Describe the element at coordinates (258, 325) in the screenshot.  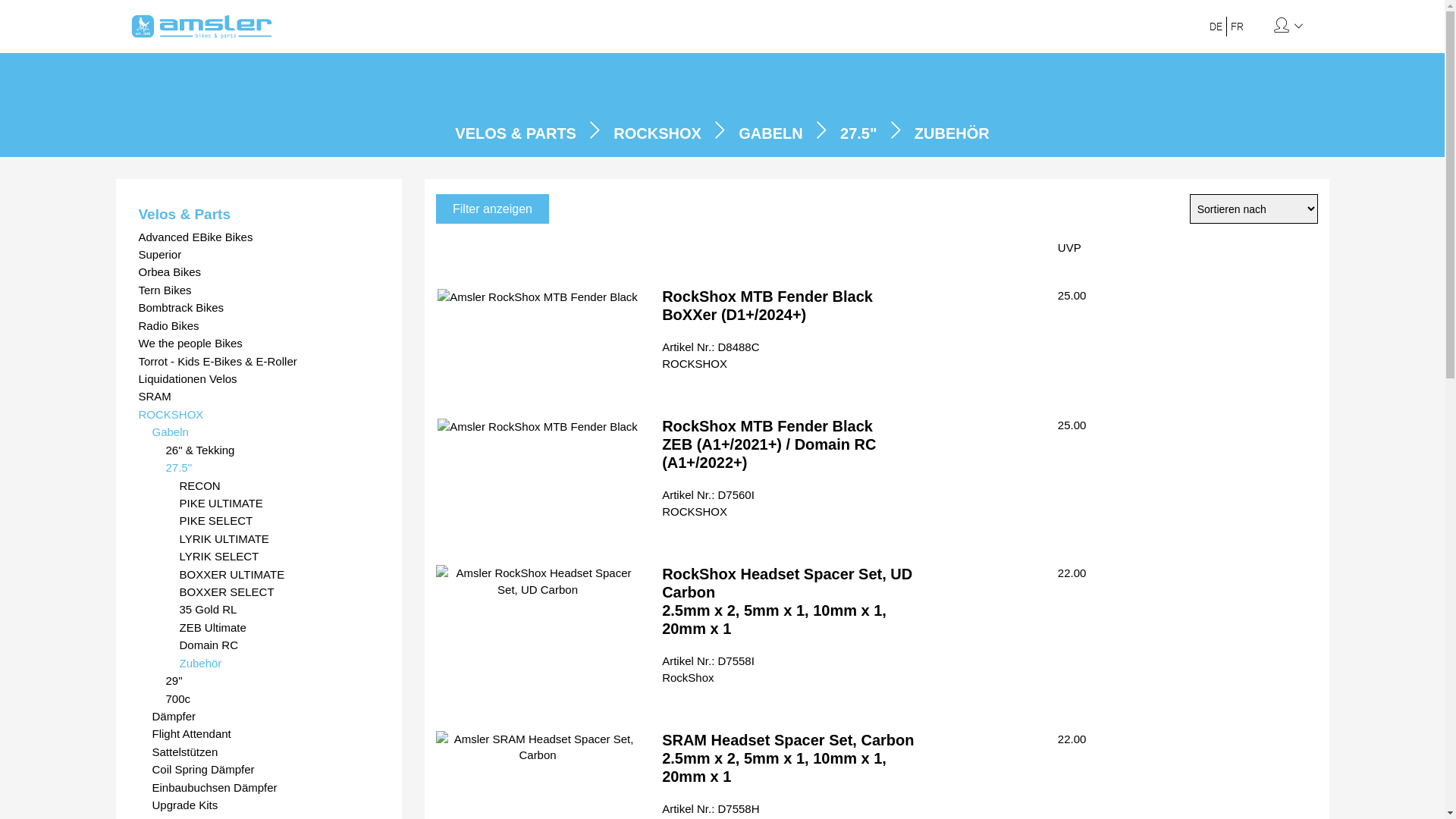
I see `'Radio Bikes'` at that location.